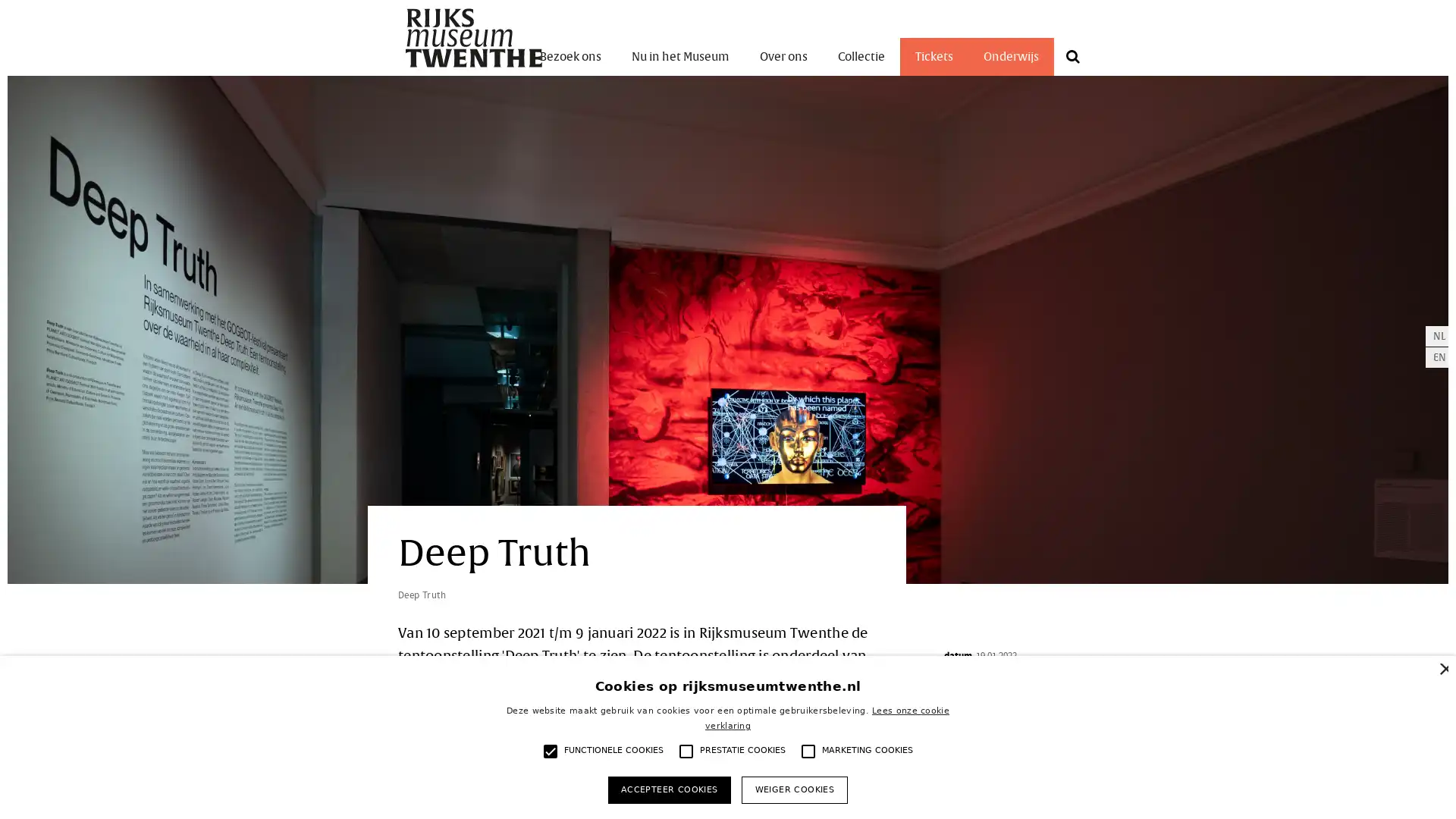  Describe the element at coordinates (668, 789) in the screenshot. I see `ACCEPTEER COOKIES` at that location.